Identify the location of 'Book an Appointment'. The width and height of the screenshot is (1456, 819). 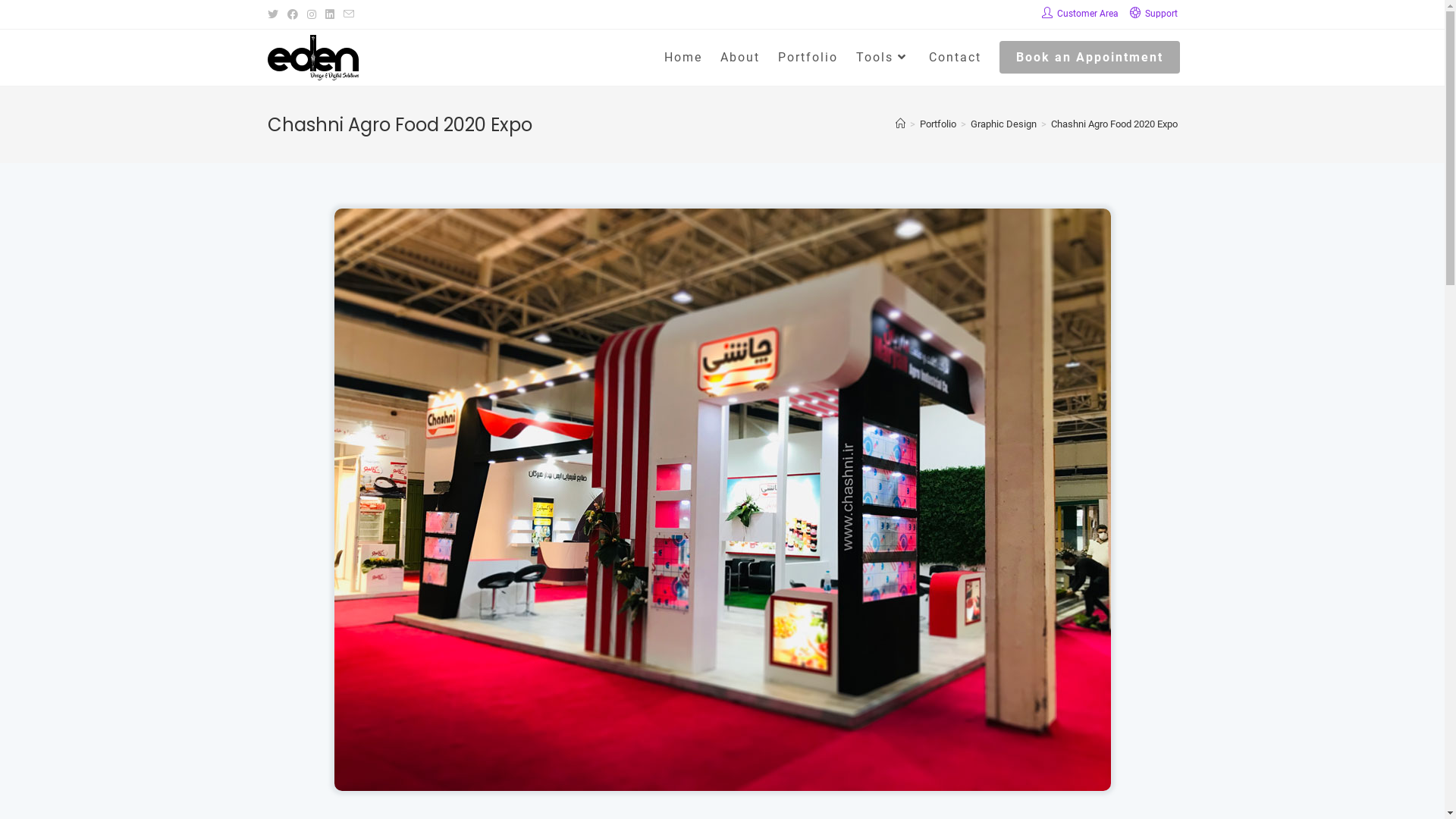
(1088, 57).